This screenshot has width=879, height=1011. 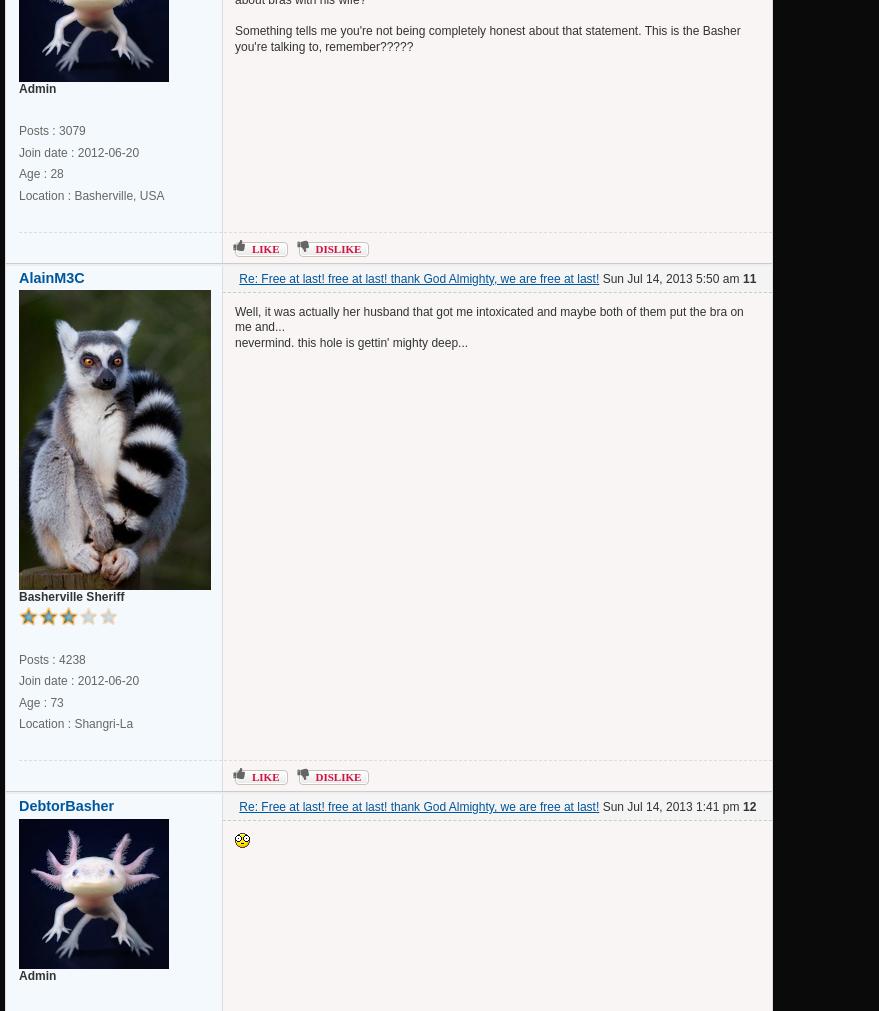 I want to click on 'nevermind. this hole is gettin' mighty deep...', so click(x=350, y=341).